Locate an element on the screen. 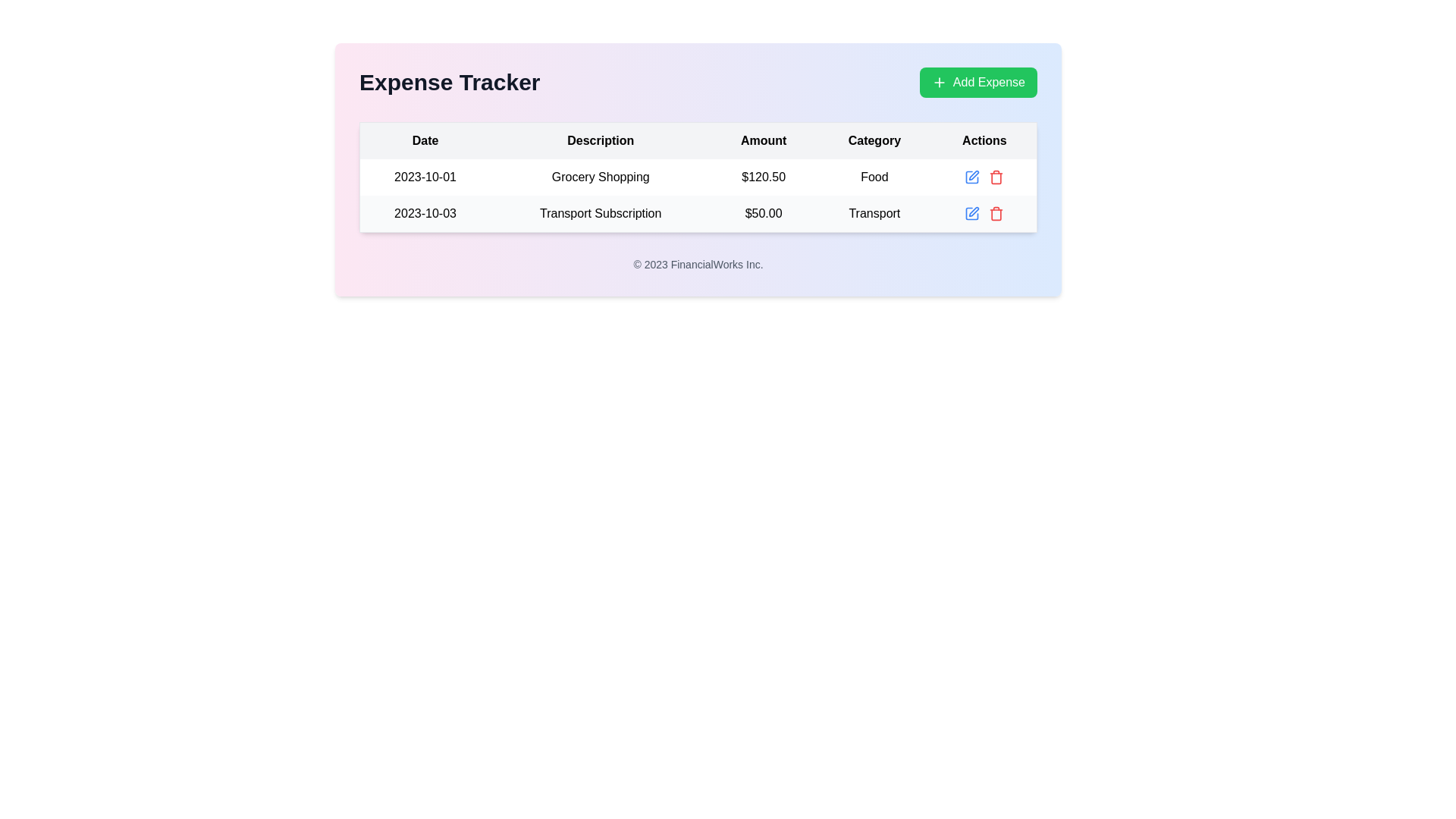  the first transaction row in the table, which includes the date '2023-10-01', description 'Grocery Shopping', amount '$120.50', and category 'Food' is located at coordinates (698, 195).